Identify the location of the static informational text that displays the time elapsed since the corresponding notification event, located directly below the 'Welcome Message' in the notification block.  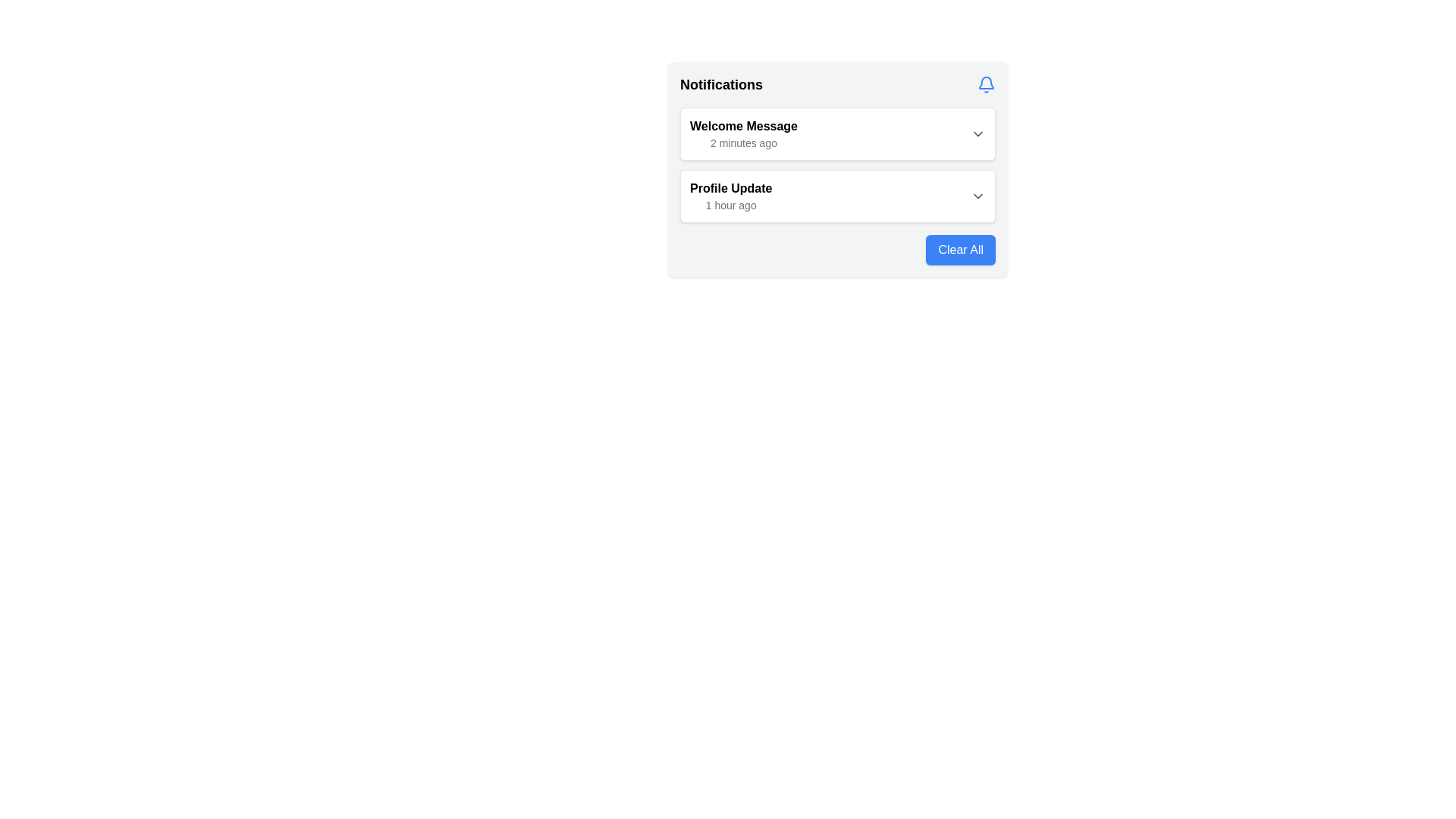
(743, 143).